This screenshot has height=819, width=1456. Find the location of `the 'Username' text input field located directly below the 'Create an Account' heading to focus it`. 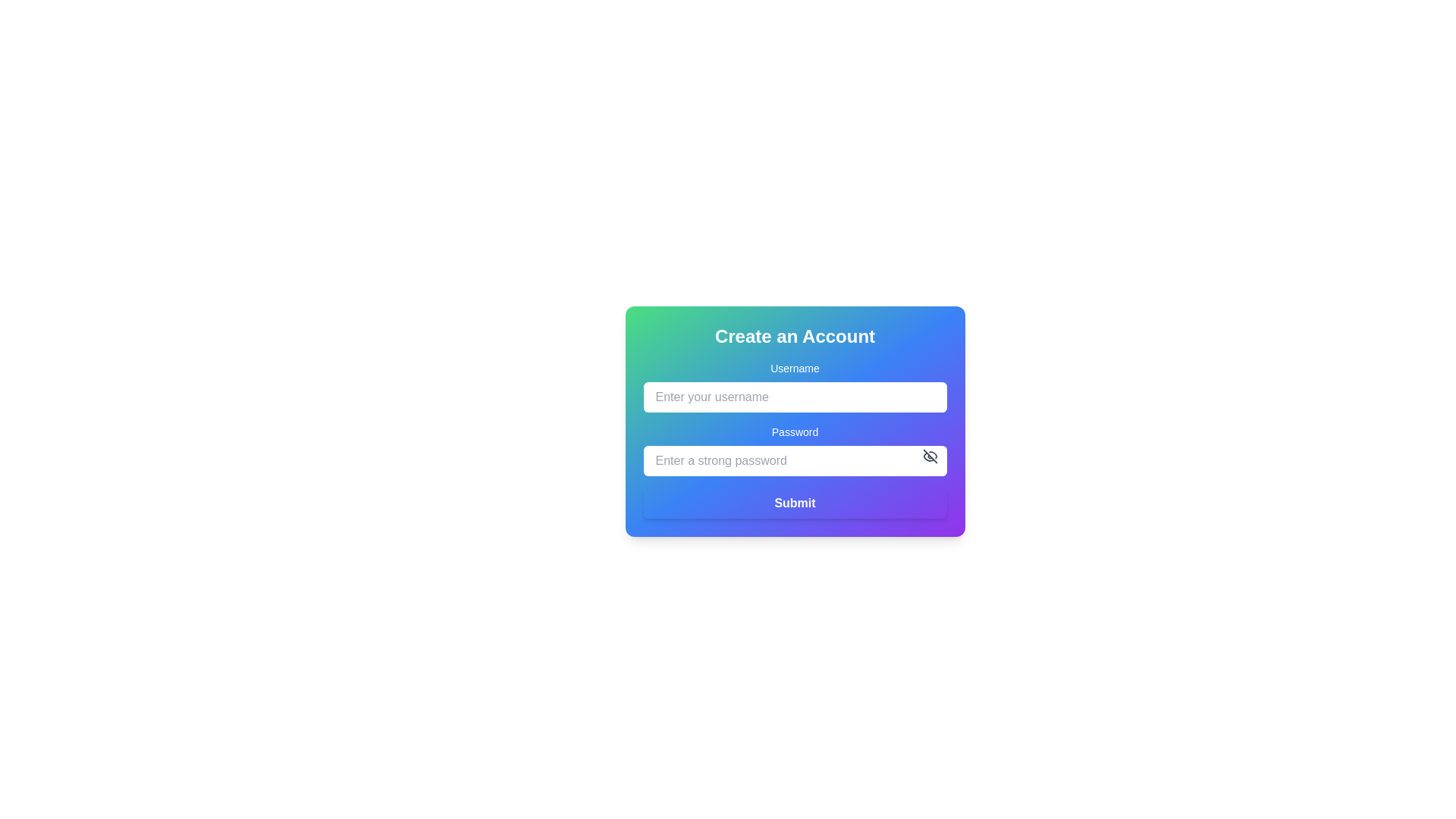

the 'Username' text input field located directly below the 'Create an Account' heading to focus it is located at coordinates (794, 385).